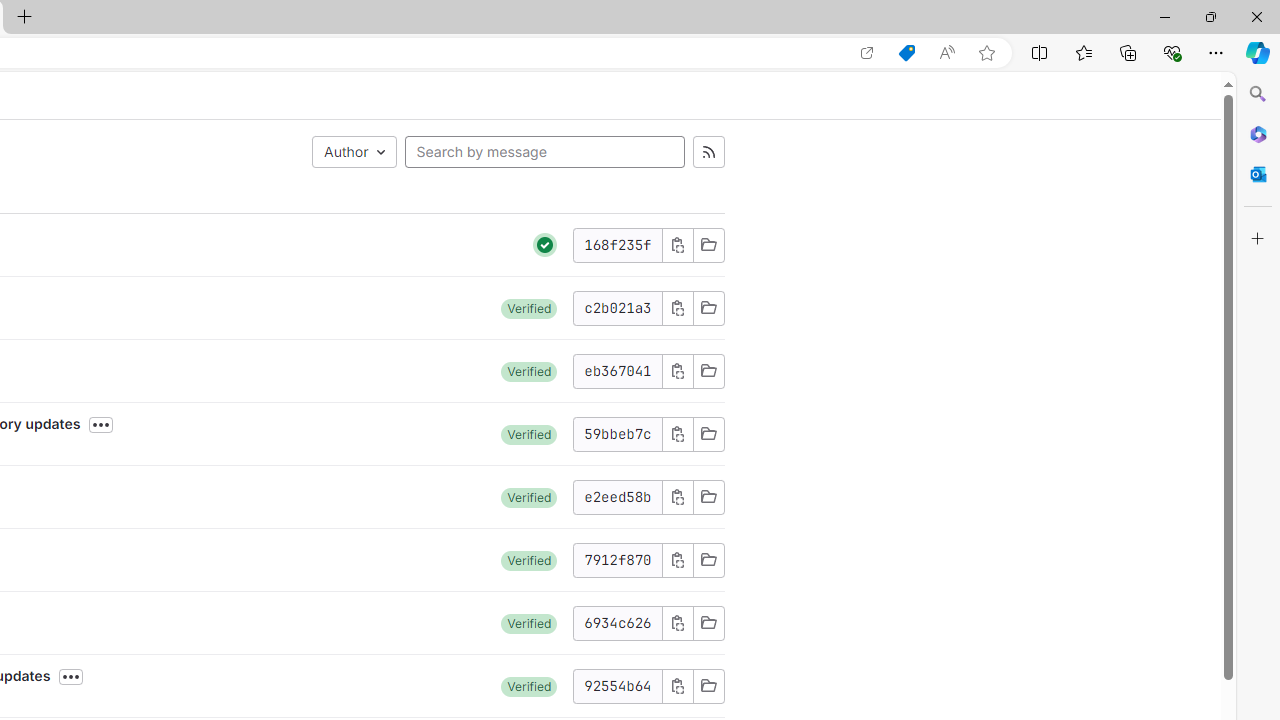 This screenshot has height=720, width=1280. What do you see at coordinates (708, 150) in the screenshot?
I see `'Commits feed'` at bounding box center [708, 150].